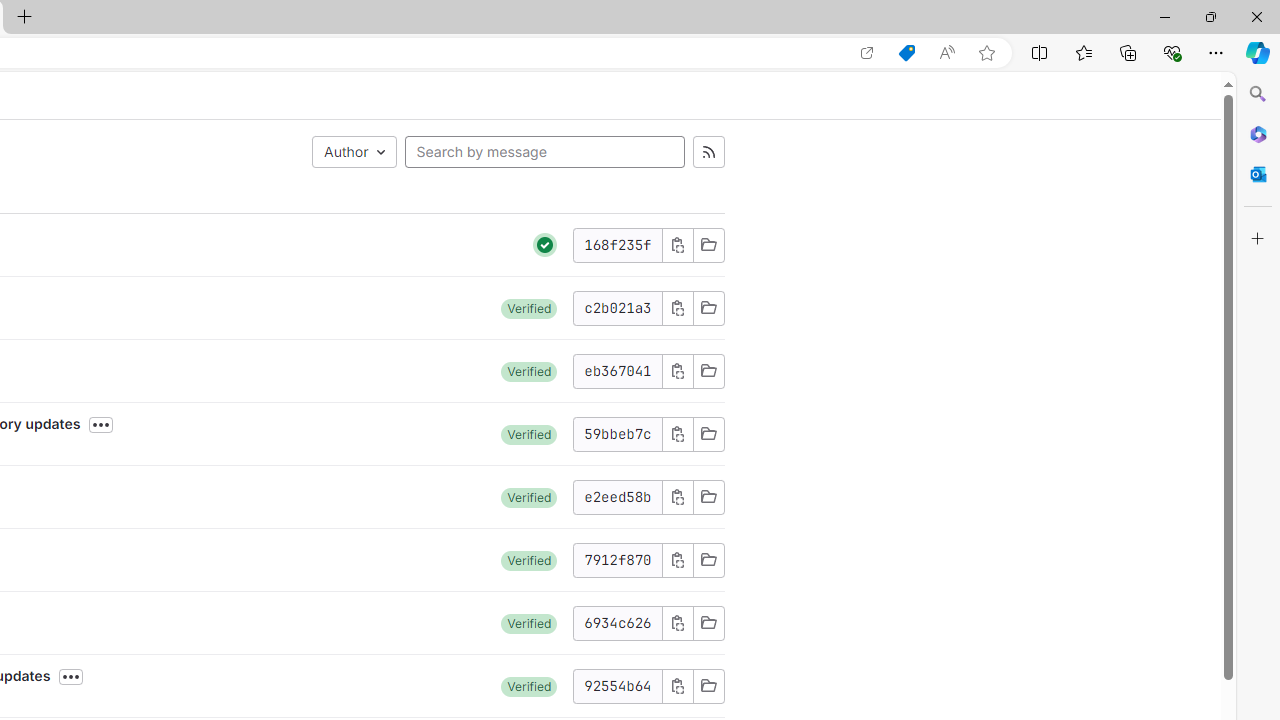 This screenshot has height=720, width=1280. What do you see at coordinates (708, 150) in the screenshot?
I see `'Commits feed'` at bounding box center [708, 150].